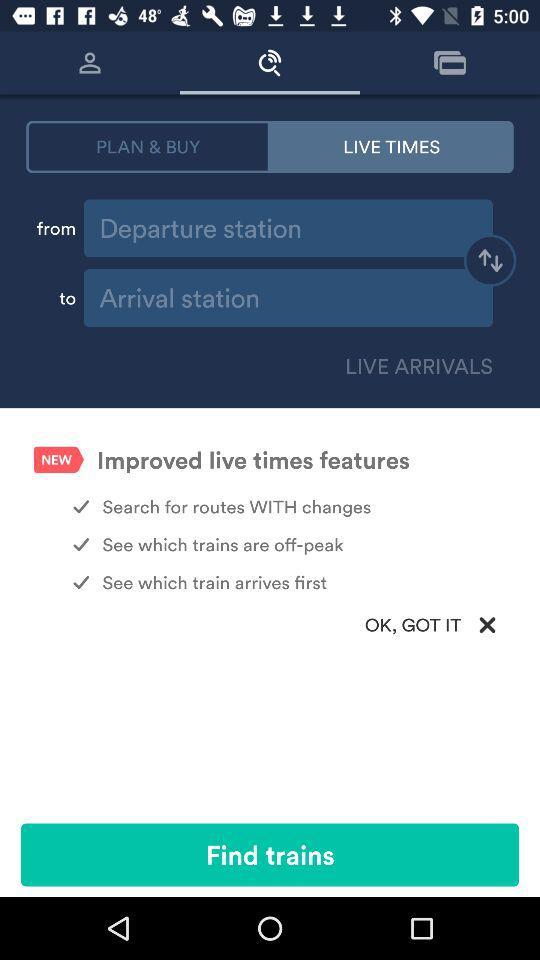 The image size is (540, 960). What do you see at coordinates (287, 297) in the screenshot?
I see `arrival place` at bounding box center [287, 297].